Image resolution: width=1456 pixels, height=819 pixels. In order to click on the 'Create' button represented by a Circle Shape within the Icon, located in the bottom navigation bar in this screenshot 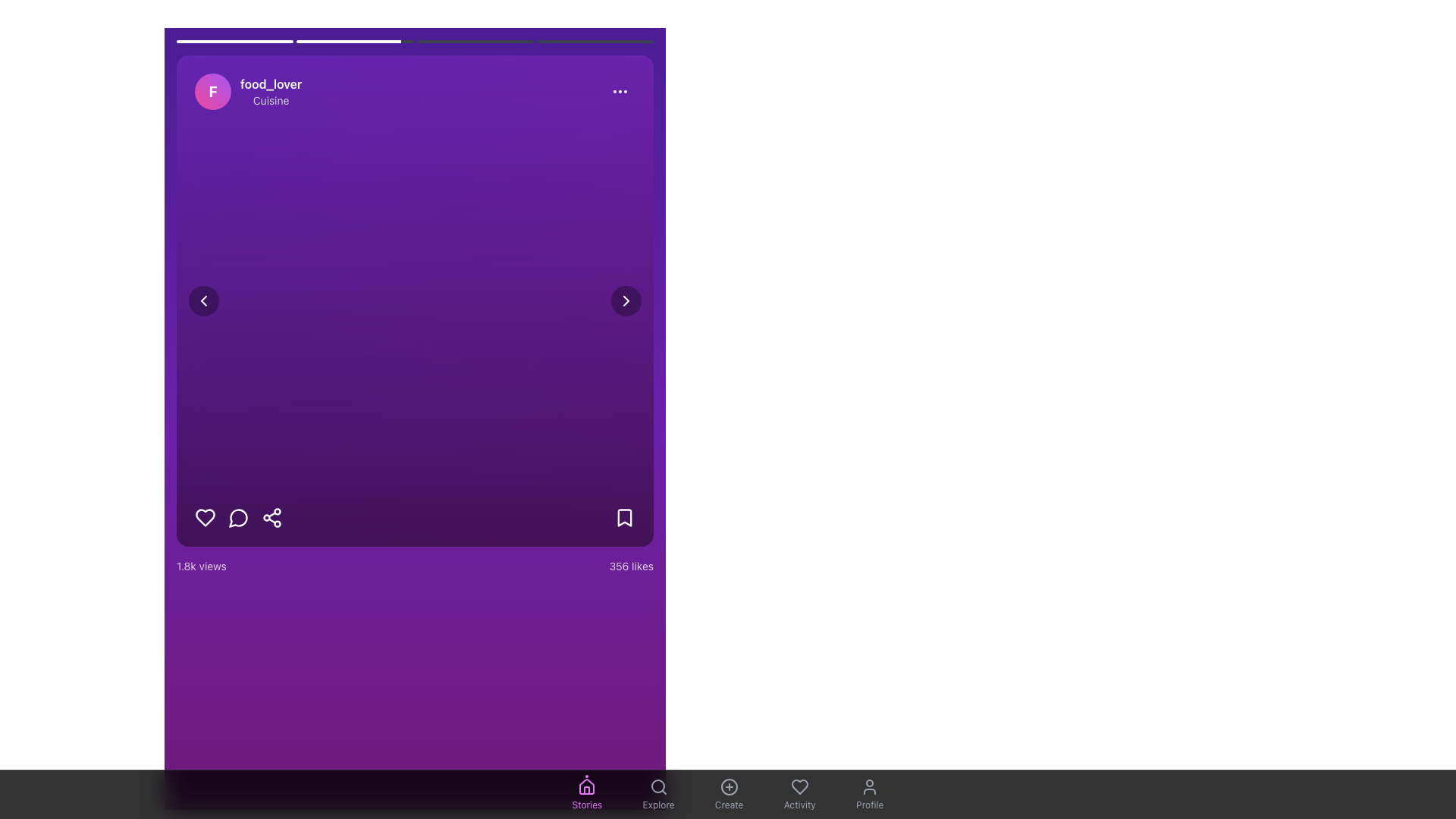, I will do `click(729, 786)`.